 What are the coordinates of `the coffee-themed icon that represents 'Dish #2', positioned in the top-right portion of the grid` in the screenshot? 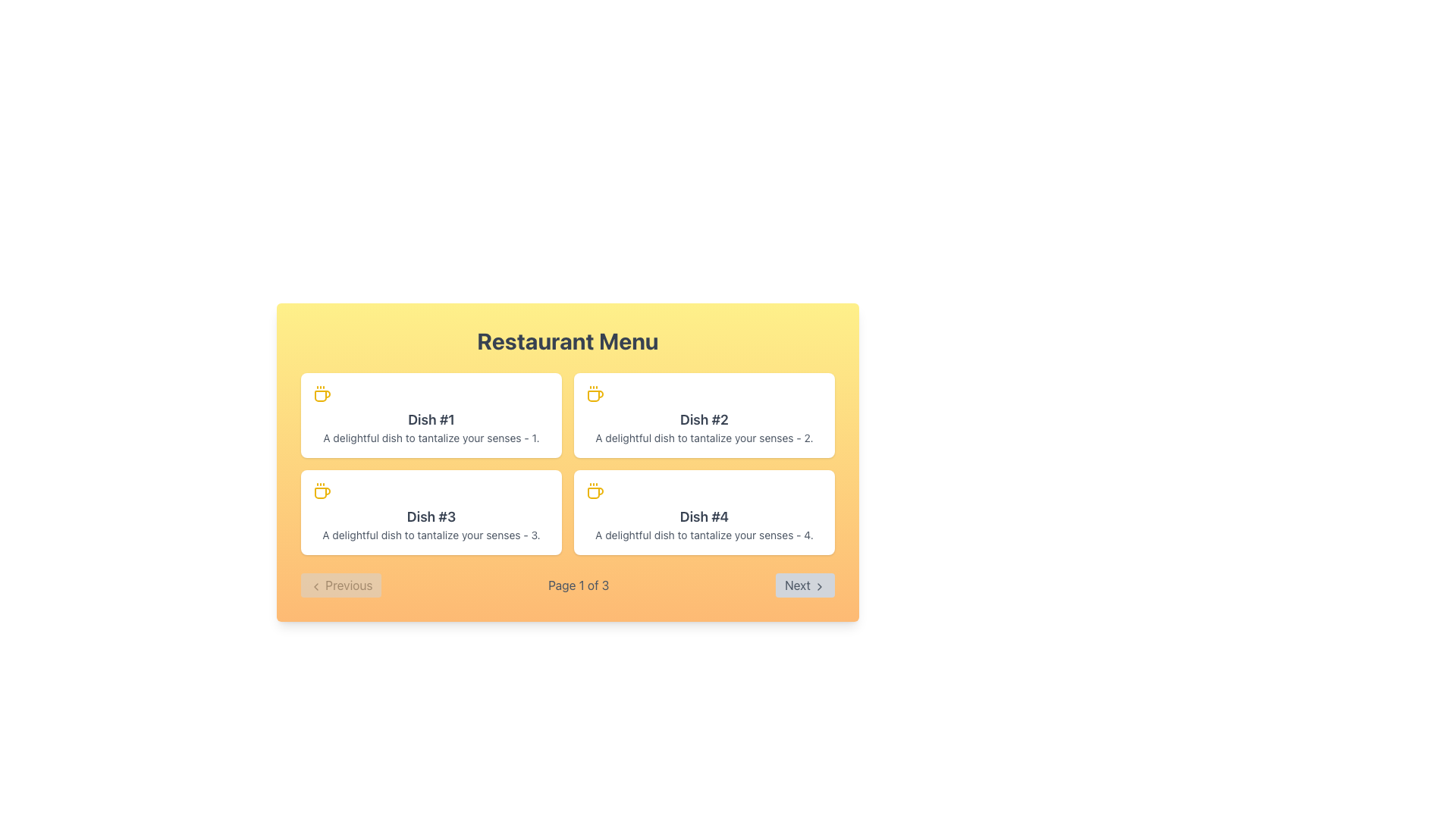 It's located at (595, 394).